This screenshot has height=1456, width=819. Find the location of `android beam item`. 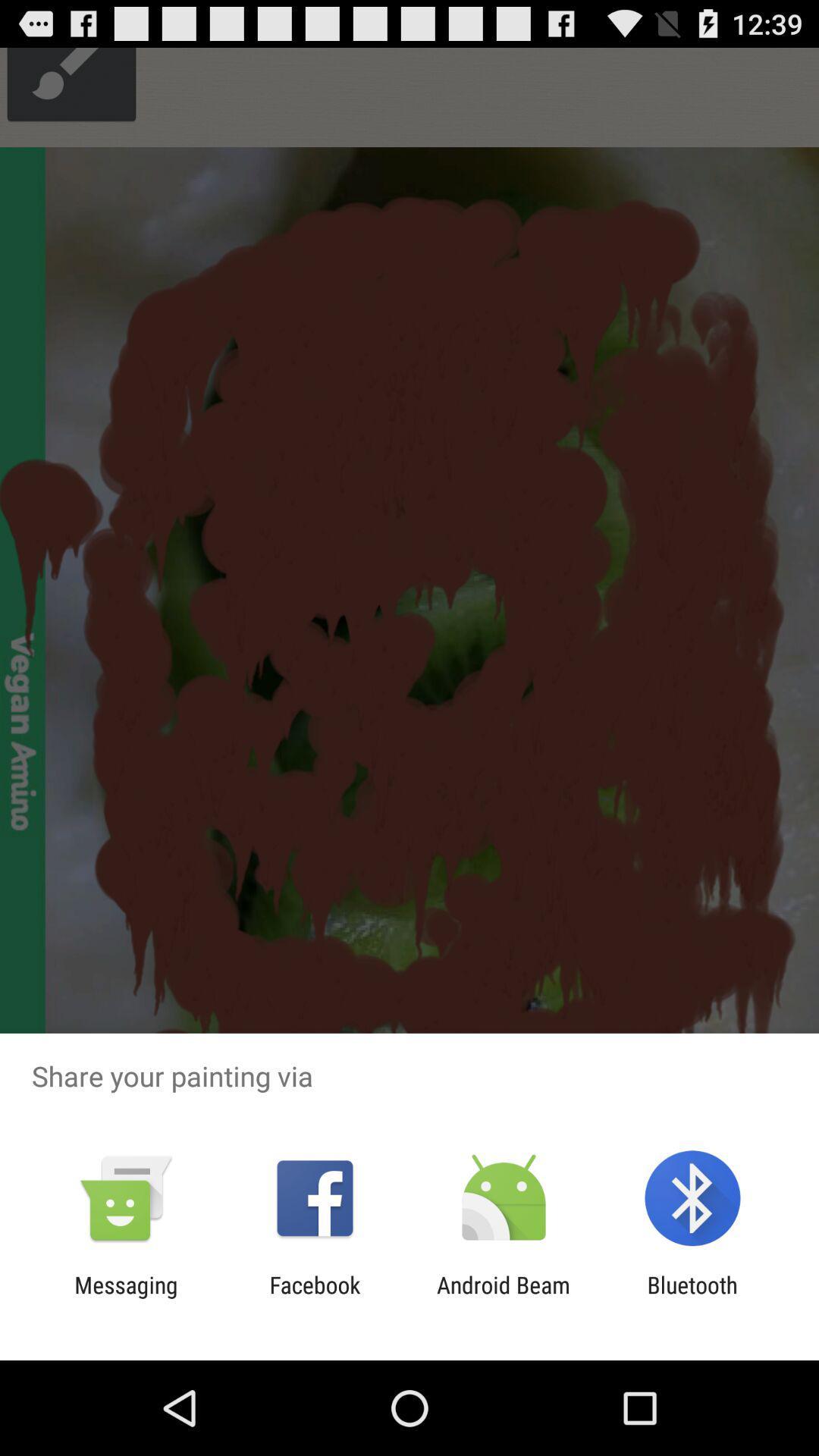

android beam item is located at coordinates (504, 1298).